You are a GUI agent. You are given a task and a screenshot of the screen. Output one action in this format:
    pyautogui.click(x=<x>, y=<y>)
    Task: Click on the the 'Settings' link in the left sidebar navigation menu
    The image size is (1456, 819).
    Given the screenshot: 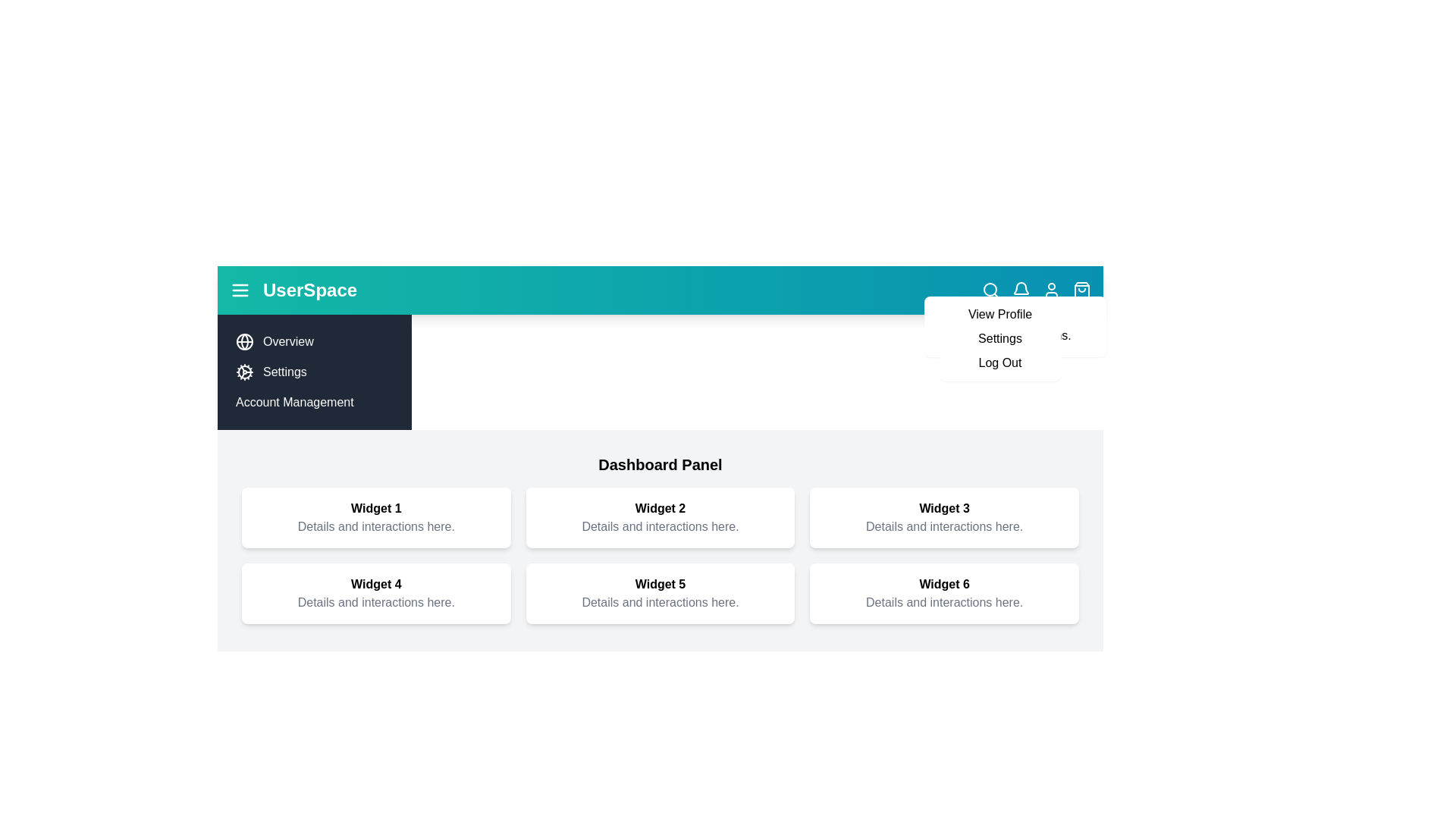 What is the action you would take?
    pyautogui.click(x=313, y=372)
    